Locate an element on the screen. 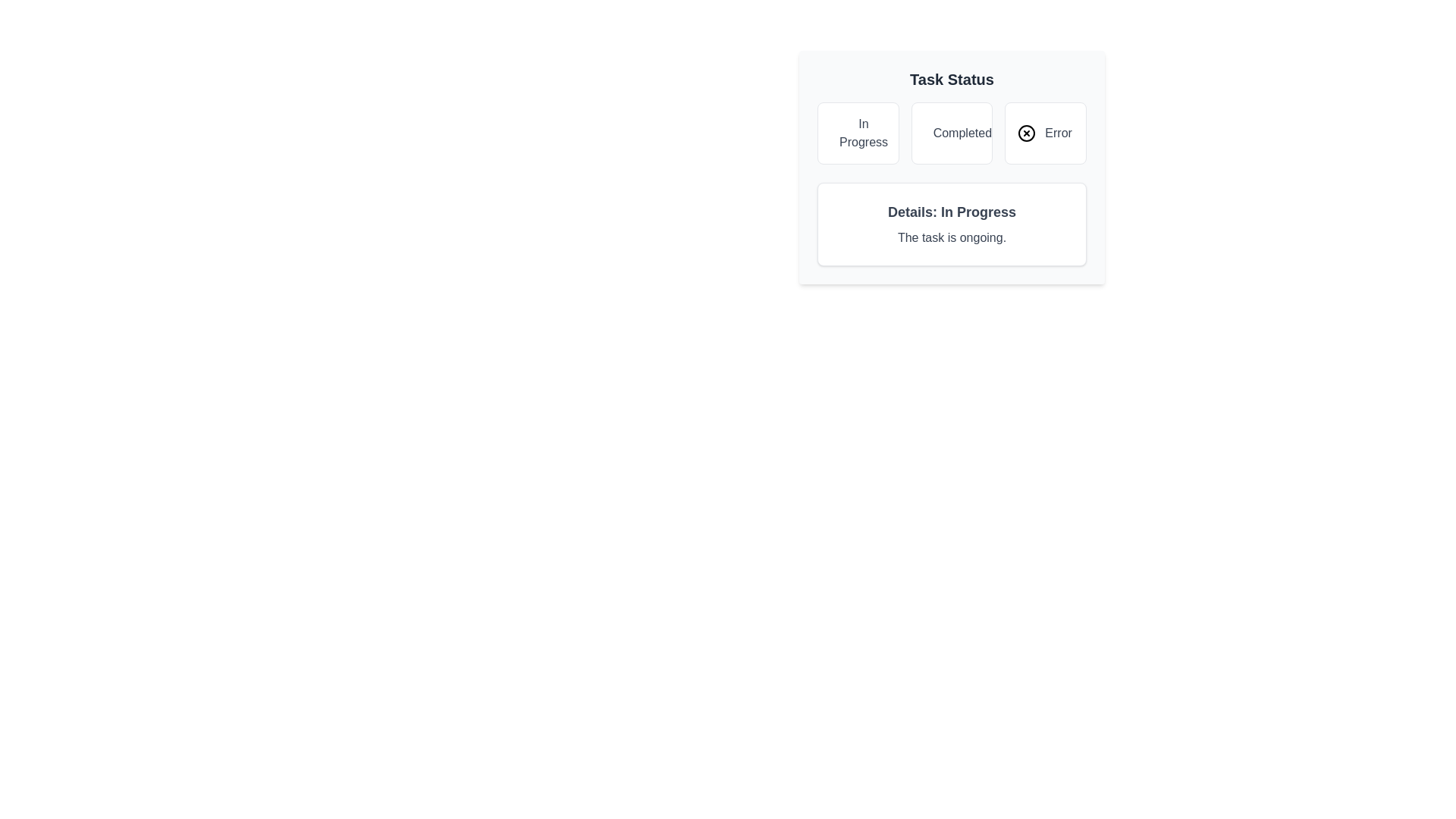  the 'Completed' status option button, which is the second item in a grid layout under the 'Task Status' heading is located at coordinates (951, 133).